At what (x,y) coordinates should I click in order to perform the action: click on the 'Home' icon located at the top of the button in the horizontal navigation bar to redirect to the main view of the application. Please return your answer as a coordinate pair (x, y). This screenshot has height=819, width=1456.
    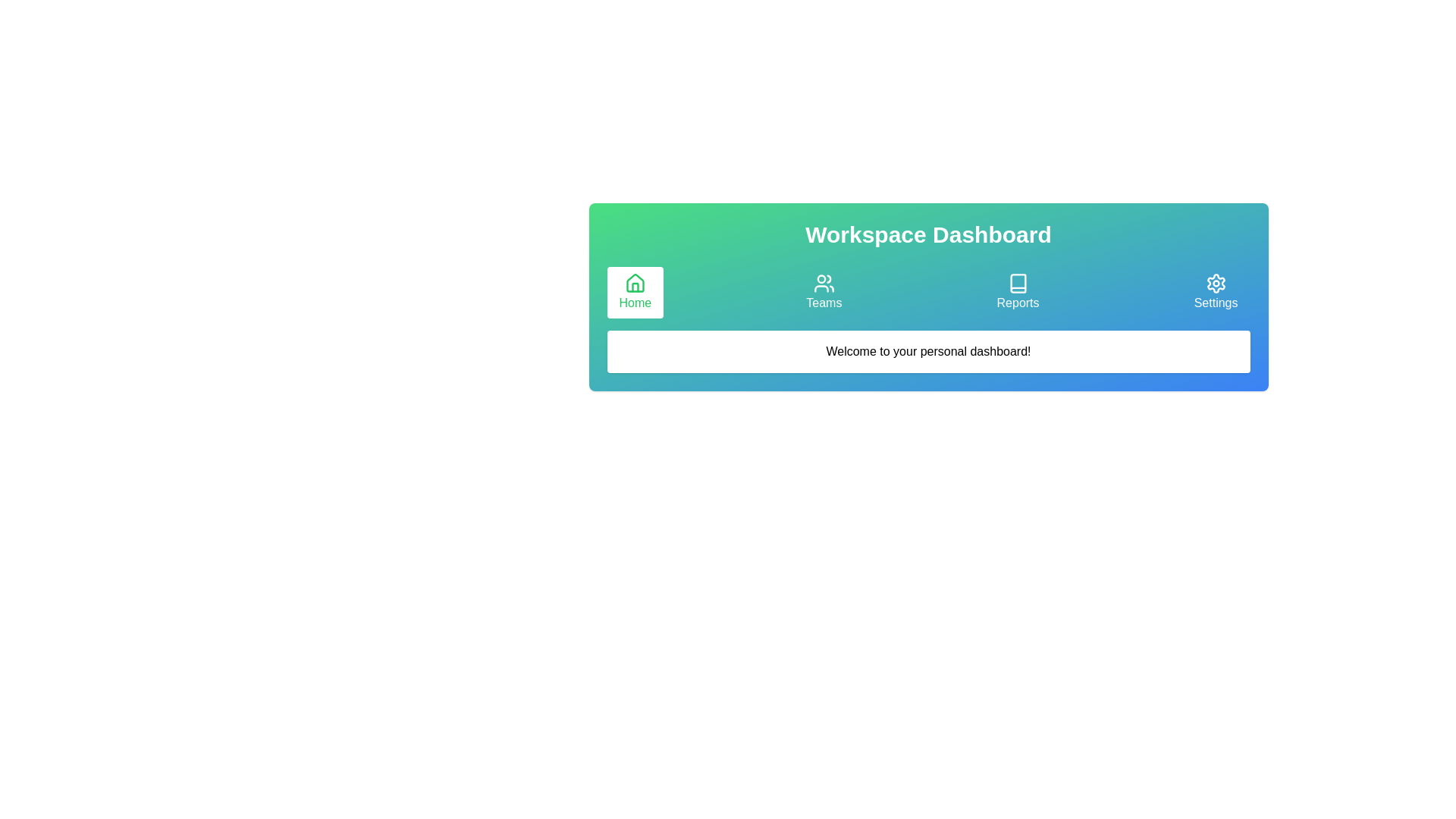
    Looking at the image, I should click on (635, 284).